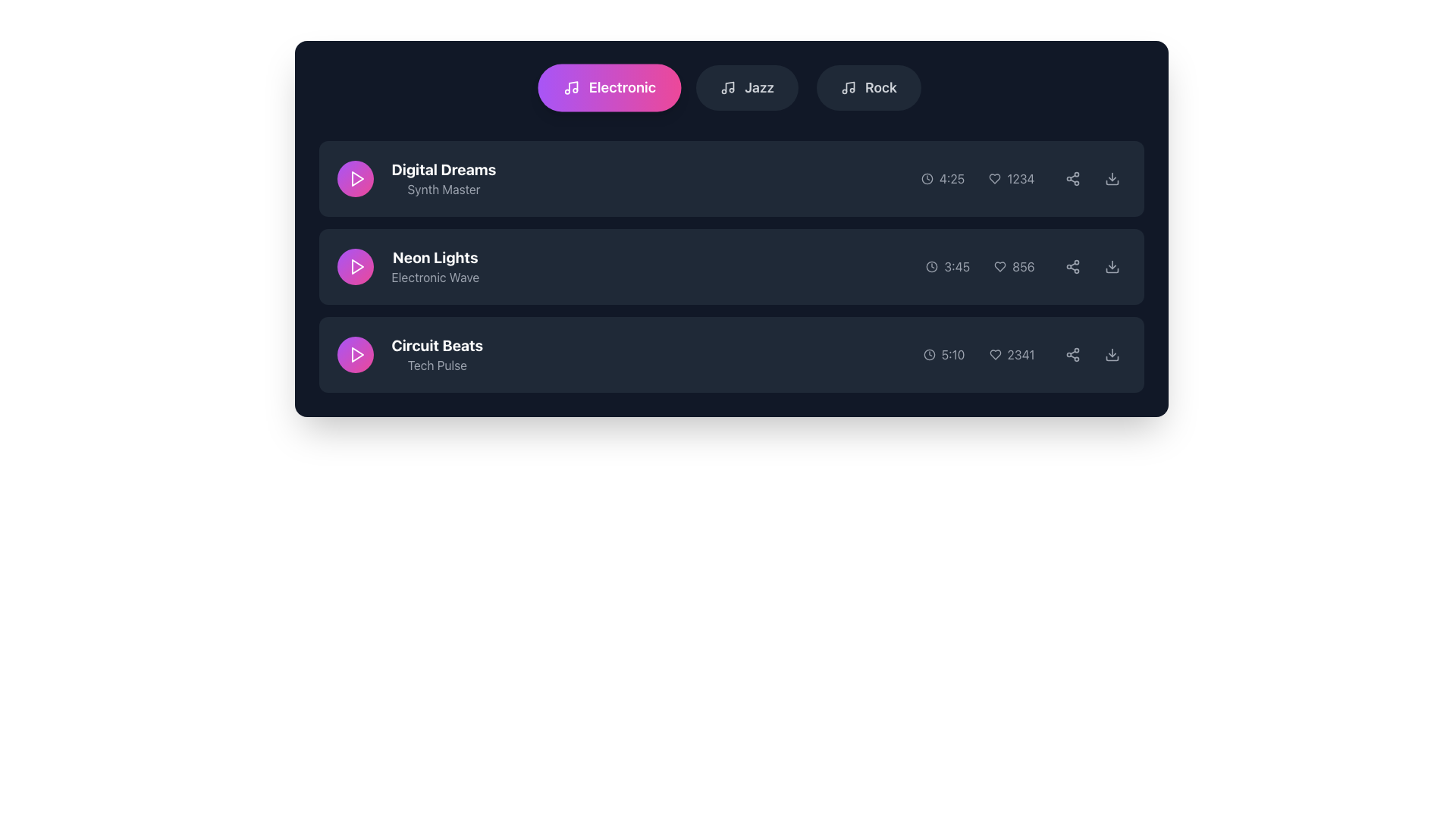  What do you see at coordinates (931, 265) in the screenshot?
I see `the SVG Circle element that is part of the clock icon, located adjacent to the text '3:45' under the 'Neon Lights' track entry` at bounding box center [931, 265].